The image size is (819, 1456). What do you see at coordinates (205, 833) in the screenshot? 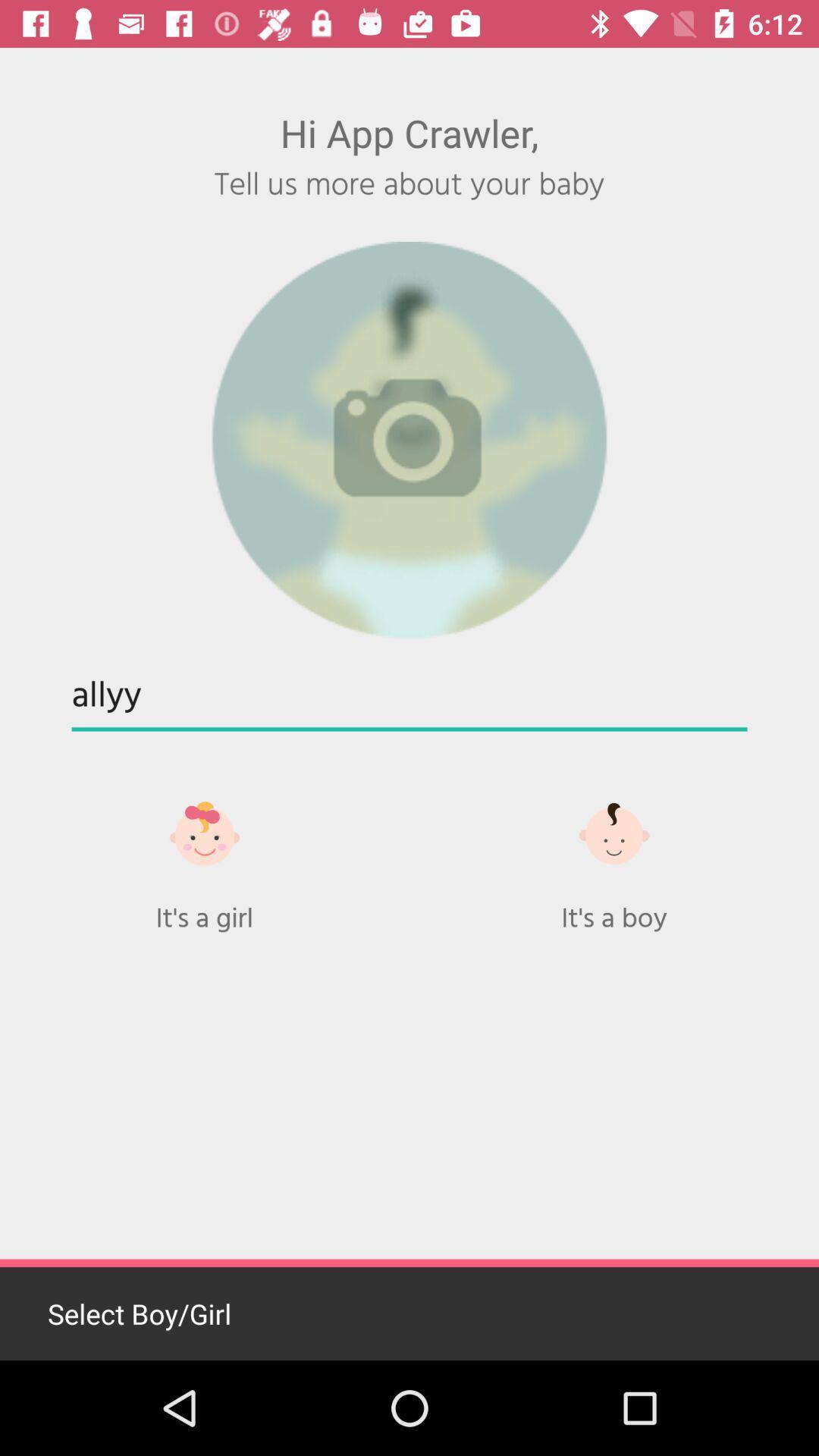
I see `the emoji icon` at bounding box center [205, 833].